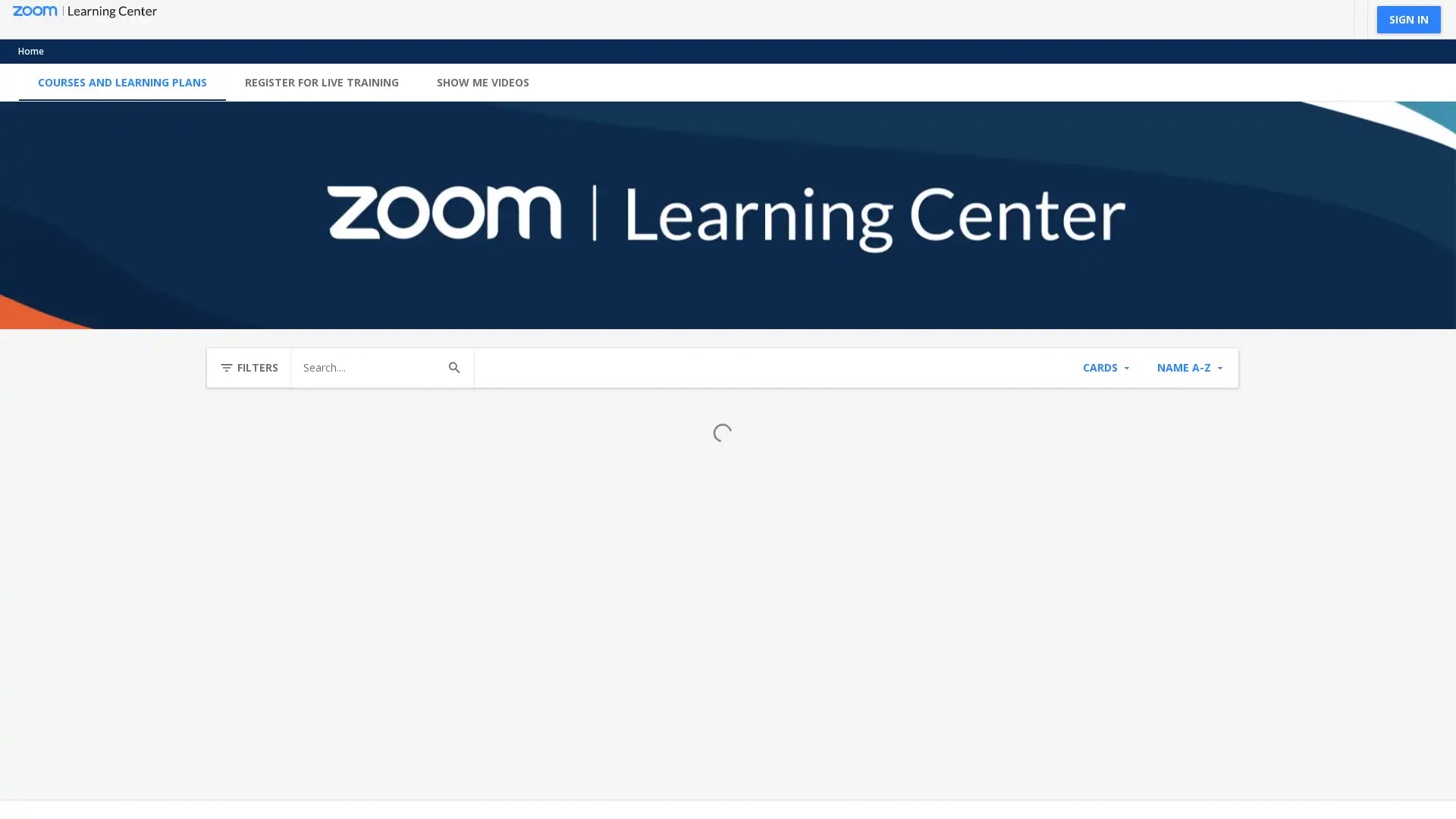 This screenshot has width=1456, height=819. I want to click on Close, so click(584, 714).